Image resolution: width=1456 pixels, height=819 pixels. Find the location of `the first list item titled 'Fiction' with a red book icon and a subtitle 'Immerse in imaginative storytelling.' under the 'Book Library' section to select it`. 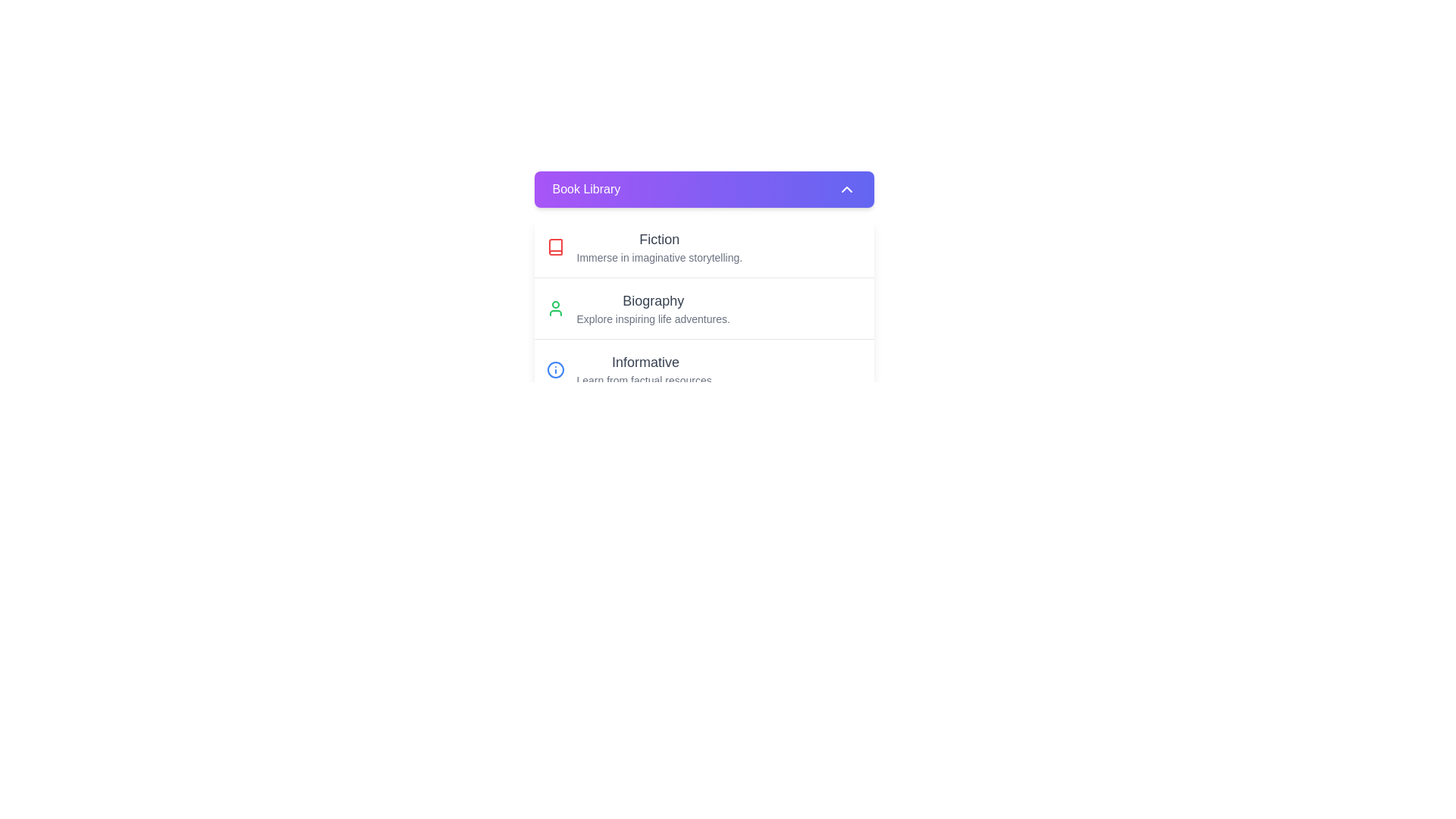

the first list item titled 'Fiction' with a red book icon and a subtitle 'Immerse in imaginative storytelling.' under the 'Book Library' section to select it is located at coordinates (703, 246).